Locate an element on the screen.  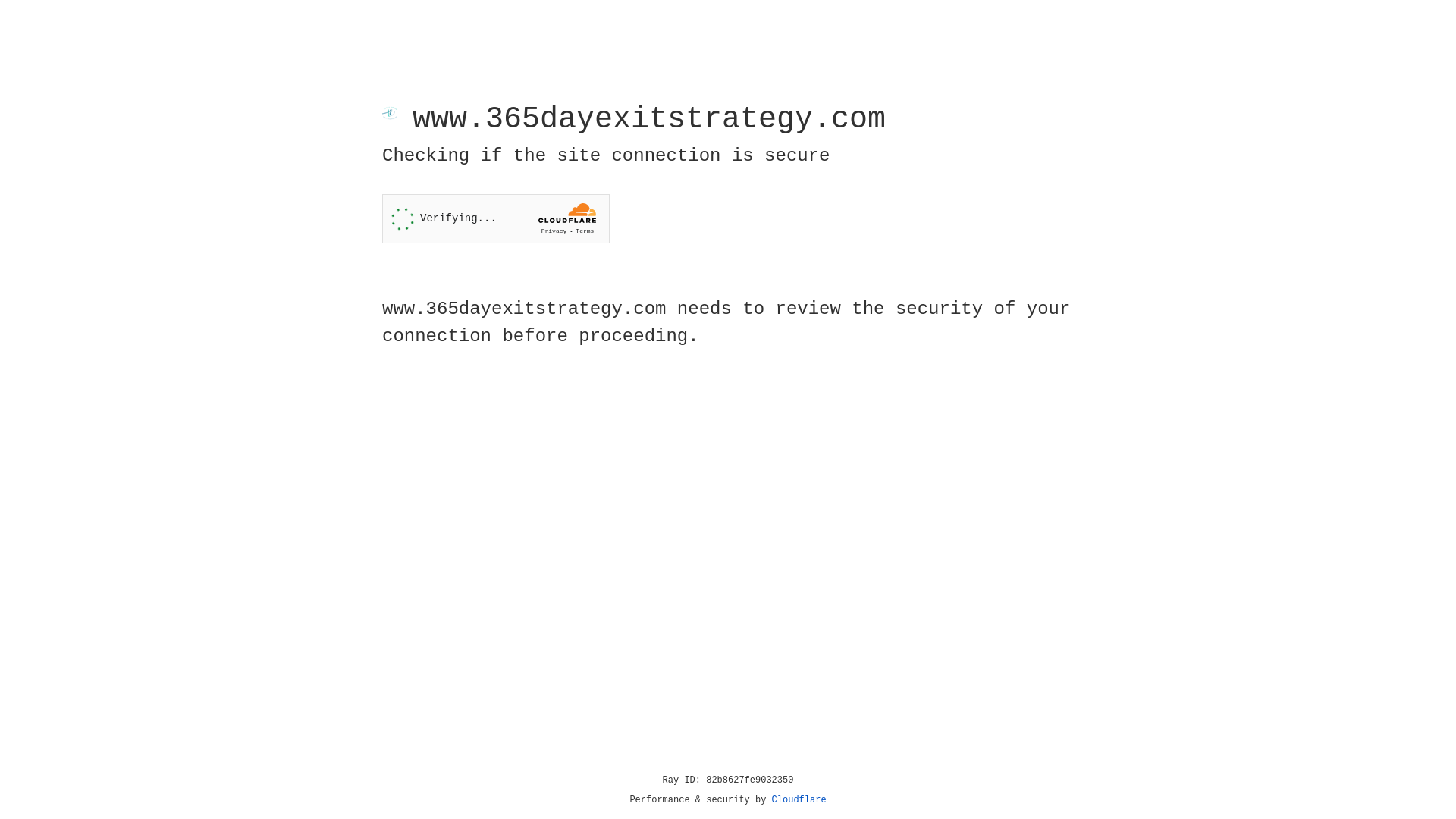
'Widget containing a Cloudflare security challenge' is located at coordinates (495, 218).